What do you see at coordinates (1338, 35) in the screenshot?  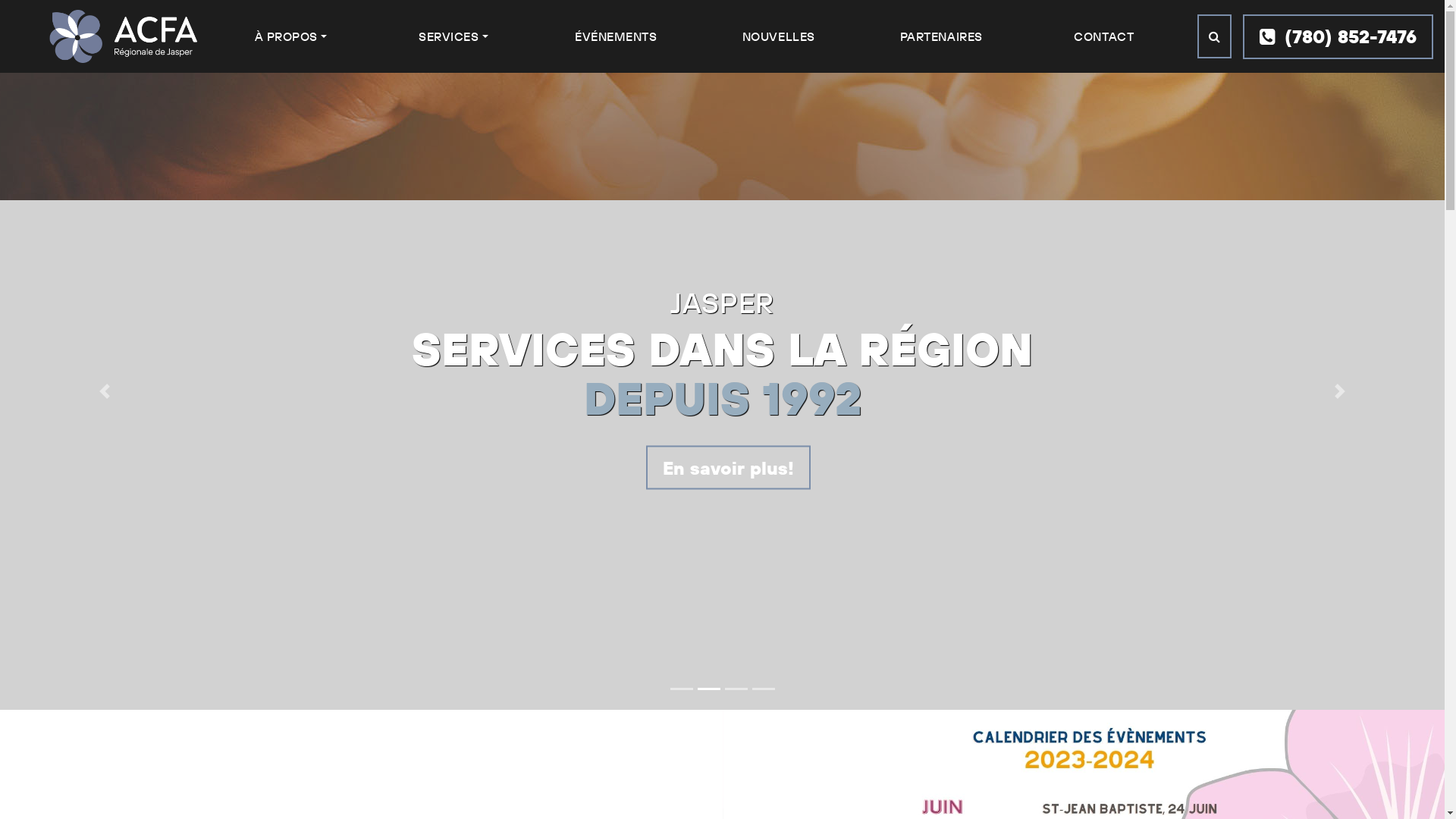 I see `'(780) 852-7476'` at bounding box center [1338, 35].